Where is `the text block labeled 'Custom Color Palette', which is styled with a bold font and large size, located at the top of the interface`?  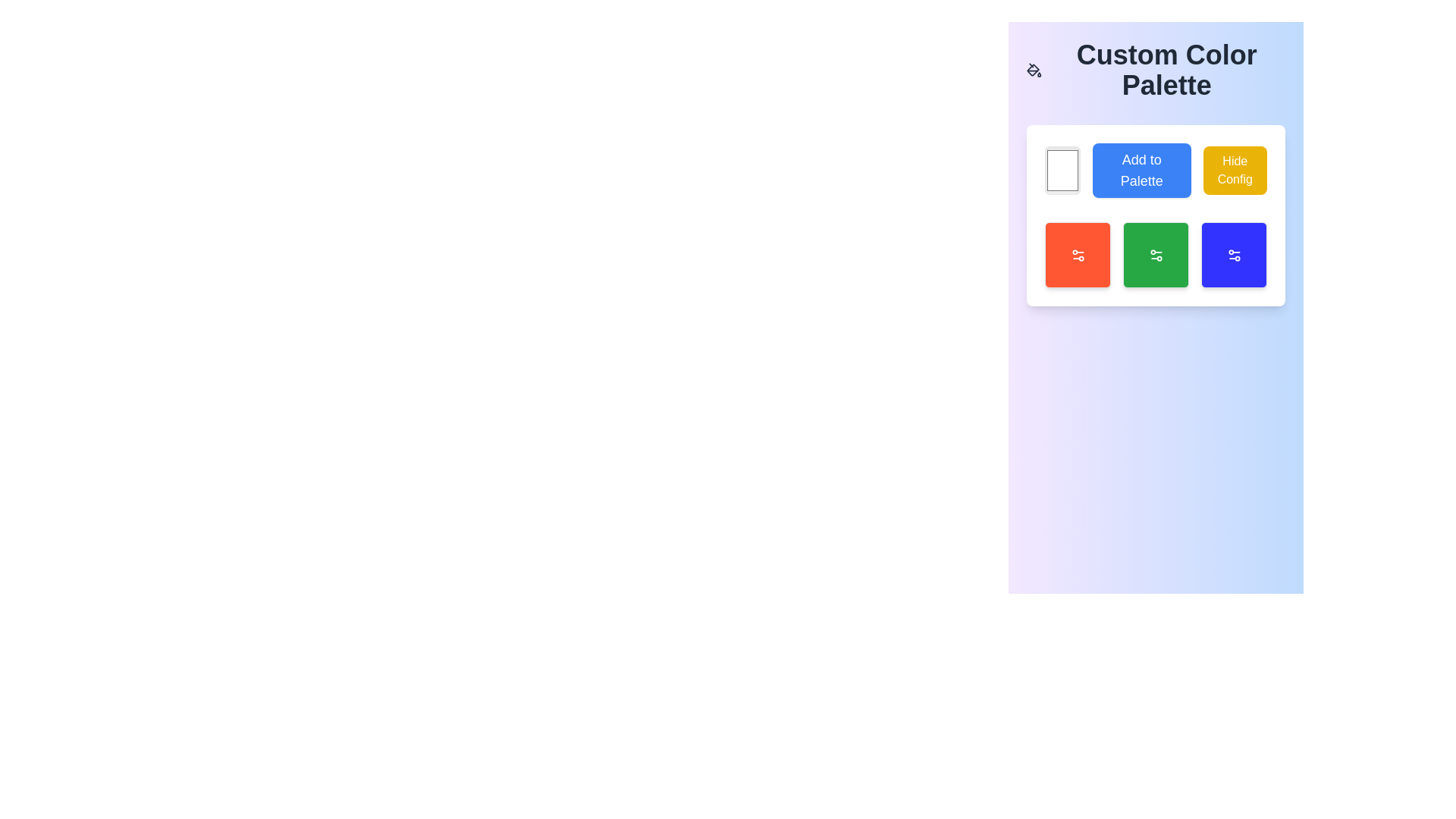
the text block labeled 'Custom Color Palette', which is styled with a bold font and large size, located at the top of the interface is located at coordinates (1155, 70).